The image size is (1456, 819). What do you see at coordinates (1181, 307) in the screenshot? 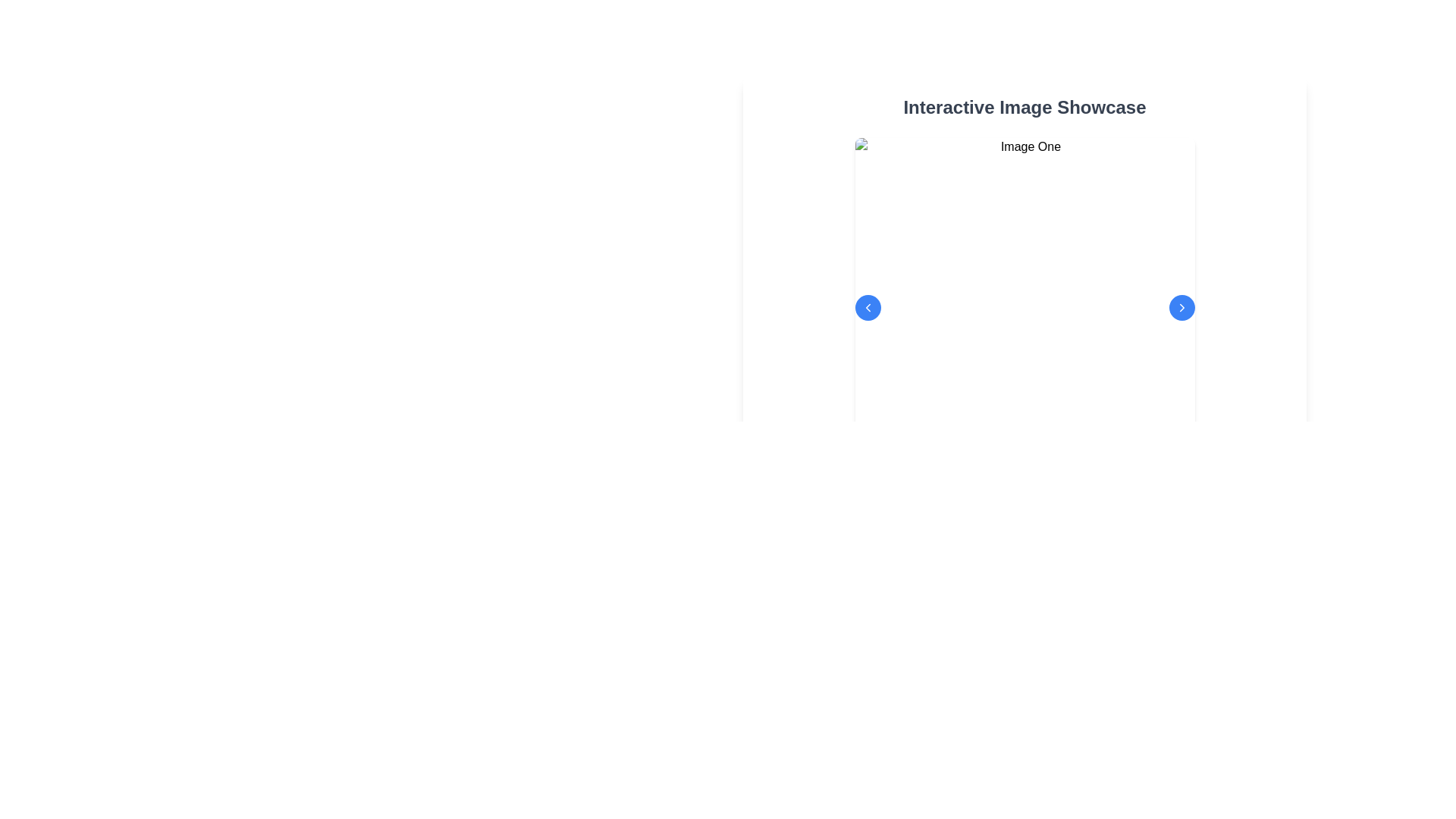
I see `the chevron arrow (right) vector graphic, which indicates rightward navigation in a carousel or stepper component` at bounding box center [1181, 307].